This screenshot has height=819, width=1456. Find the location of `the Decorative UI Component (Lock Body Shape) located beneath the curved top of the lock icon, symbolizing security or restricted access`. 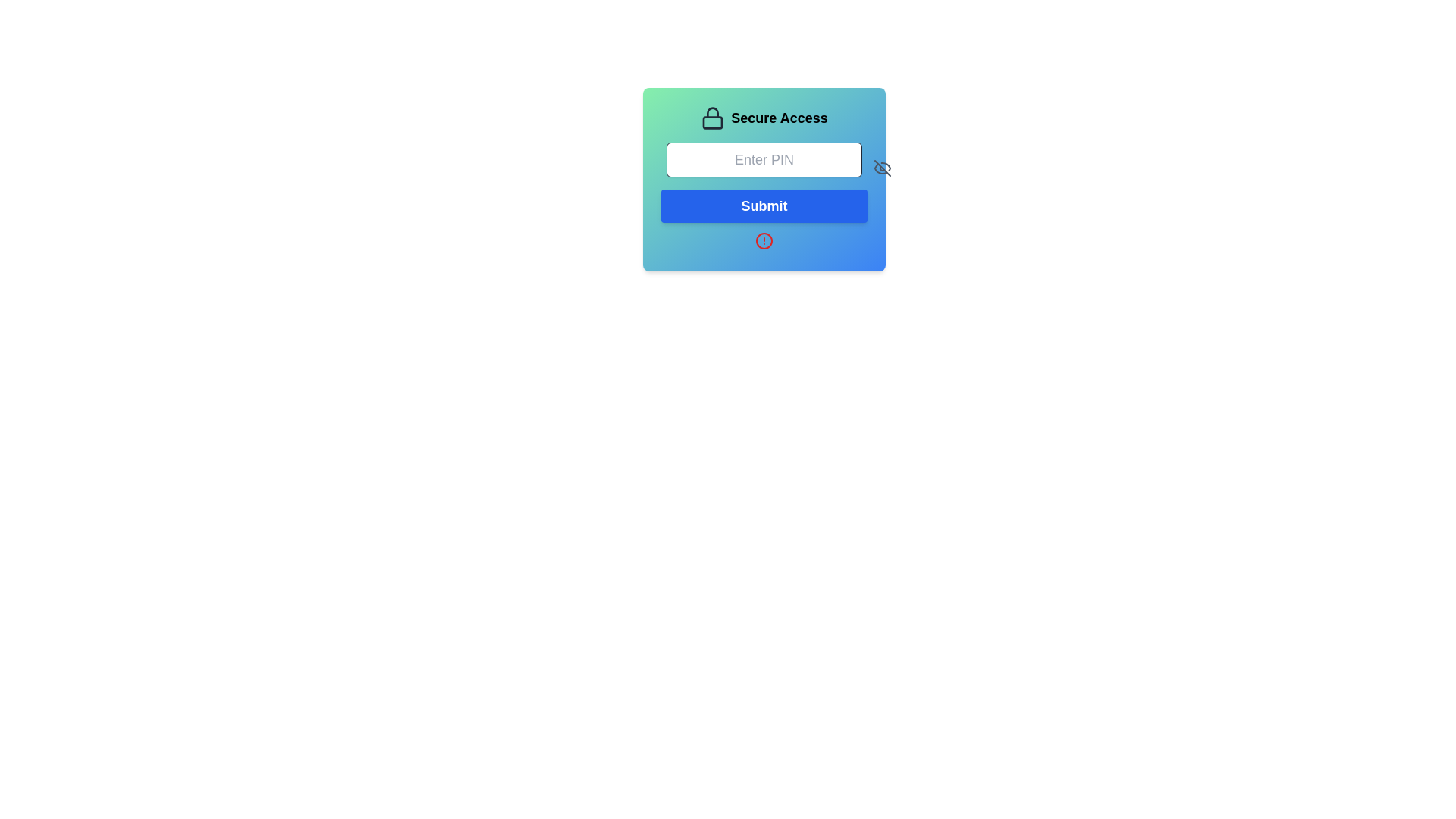

the Decorative UI Component (Lock Body Shape) located beneath the curved top of the lock icon, symbolizing security or restricted access is located at coordinates (712, 122).